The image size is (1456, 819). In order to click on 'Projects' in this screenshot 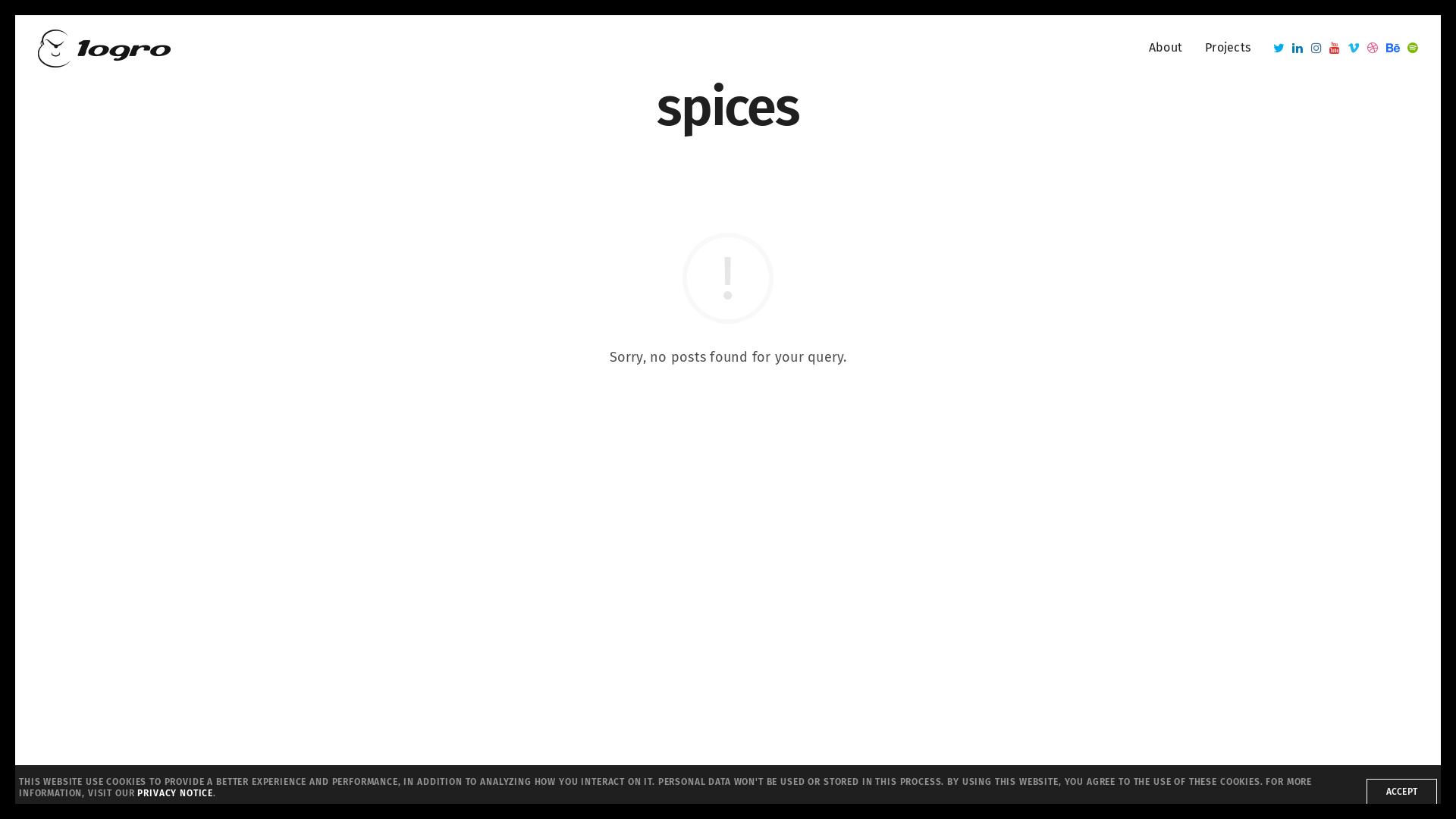, I will do `click(1227, 47)`.